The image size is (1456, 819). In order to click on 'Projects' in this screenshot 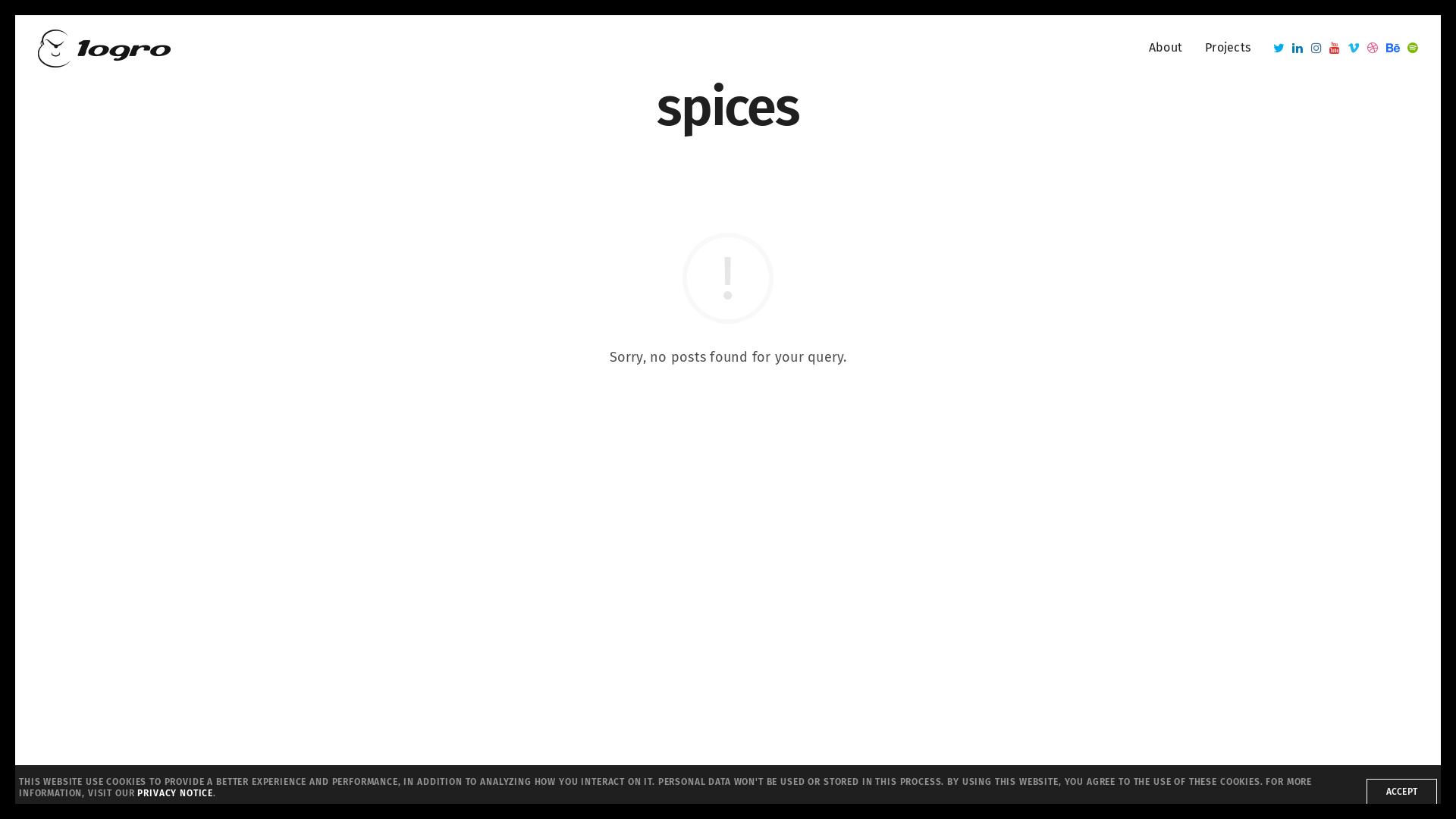, I will do `click(1227, 47)`.